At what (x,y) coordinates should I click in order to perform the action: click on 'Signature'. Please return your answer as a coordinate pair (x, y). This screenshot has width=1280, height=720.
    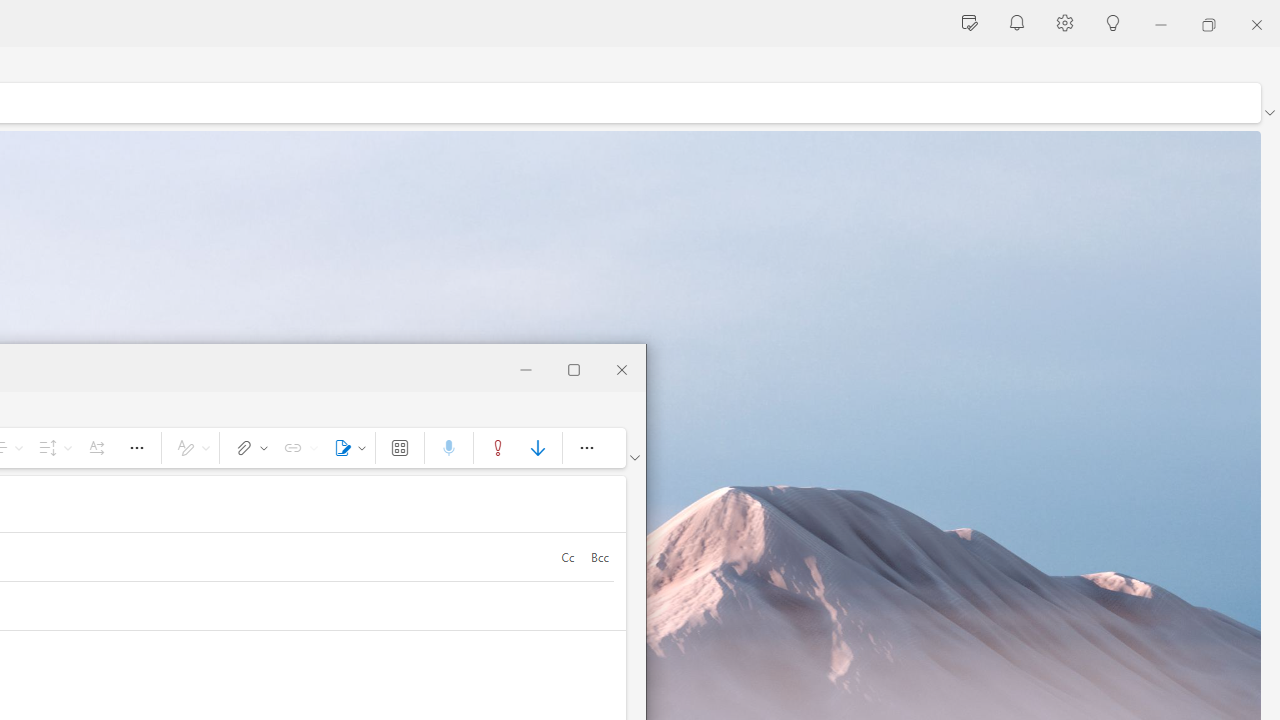
    Looking at the image, I should click on (346, 446).